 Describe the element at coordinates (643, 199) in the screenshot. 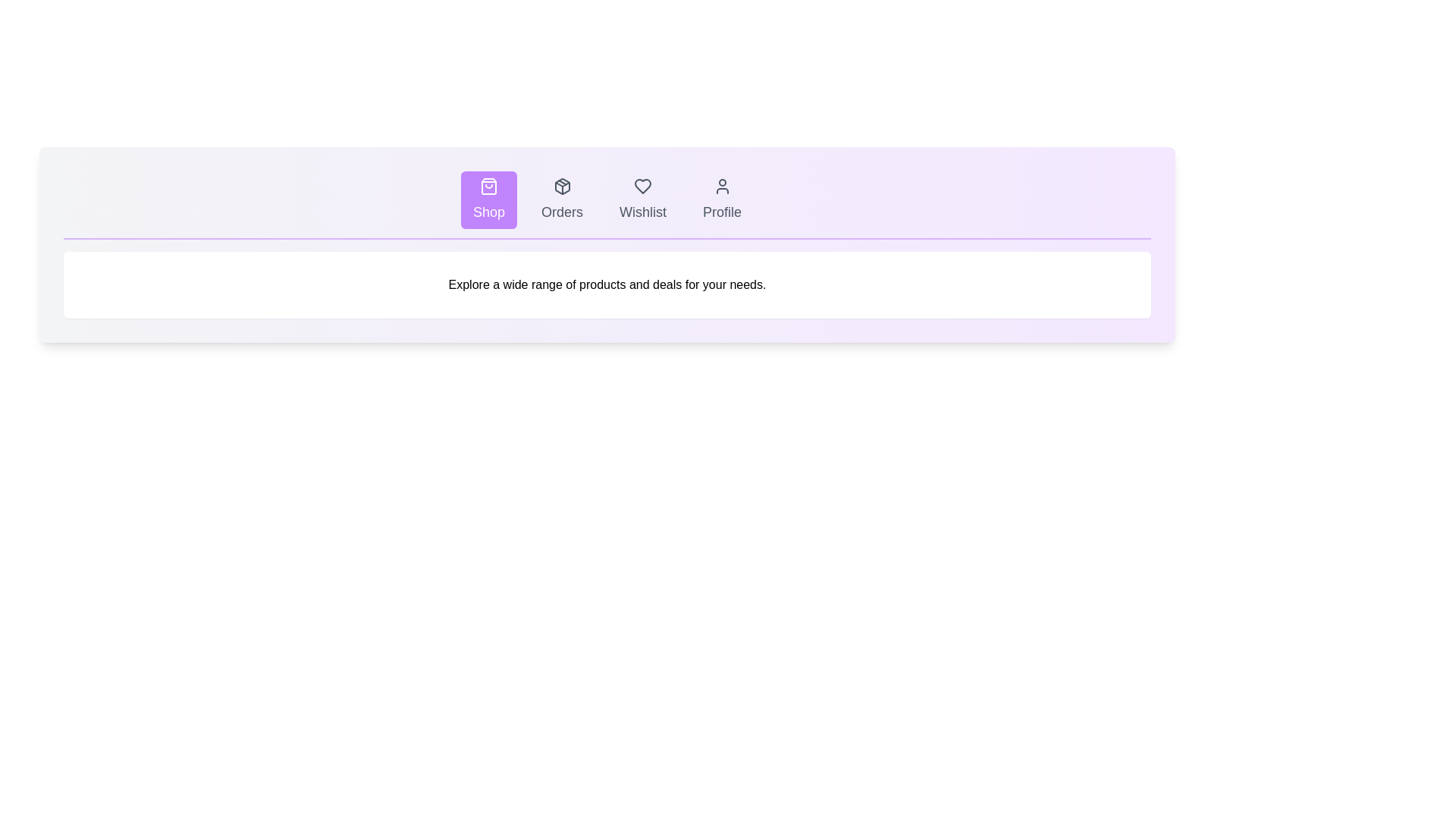

I see `the tab labeled Wishlist` at that location.